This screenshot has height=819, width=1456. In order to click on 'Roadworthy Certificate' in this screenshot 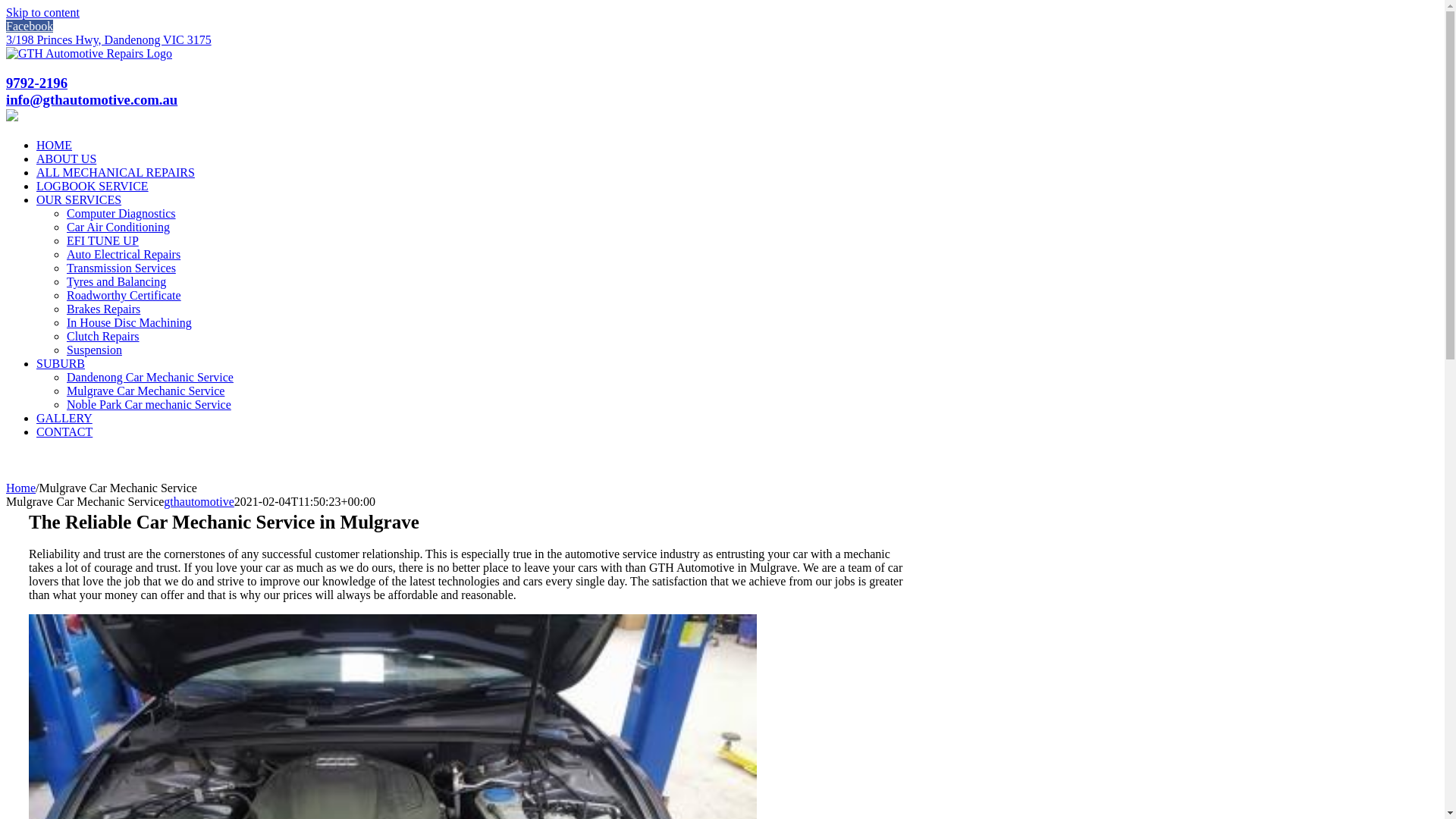, I will do `click(124, 295)`.